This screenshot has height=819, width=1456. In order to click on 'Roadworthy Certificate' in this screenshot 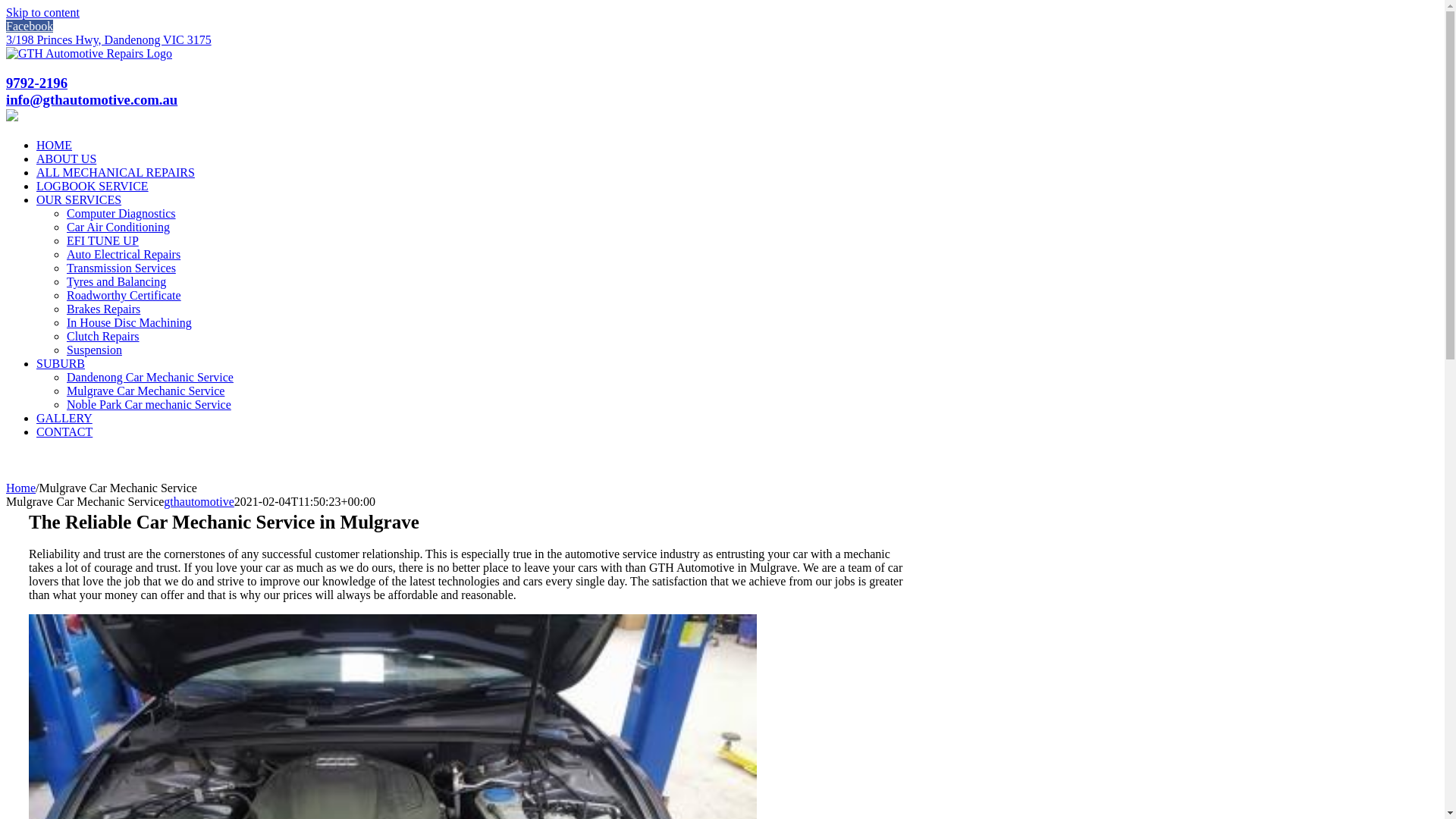, I will do `click(124, 295)`.